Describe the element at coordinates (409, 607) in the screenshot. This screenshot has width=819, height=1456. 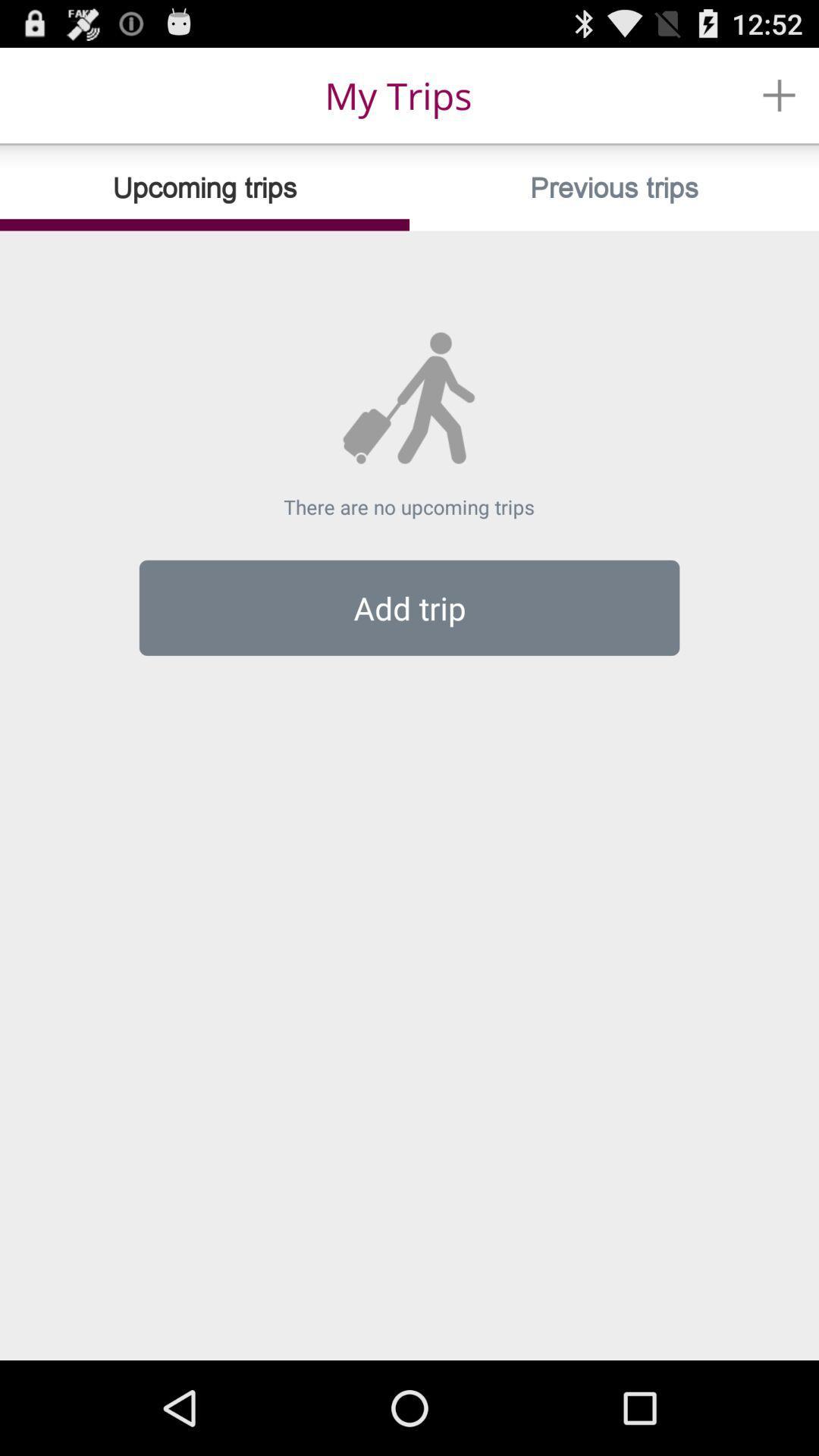
I see `the add trip` at that location.